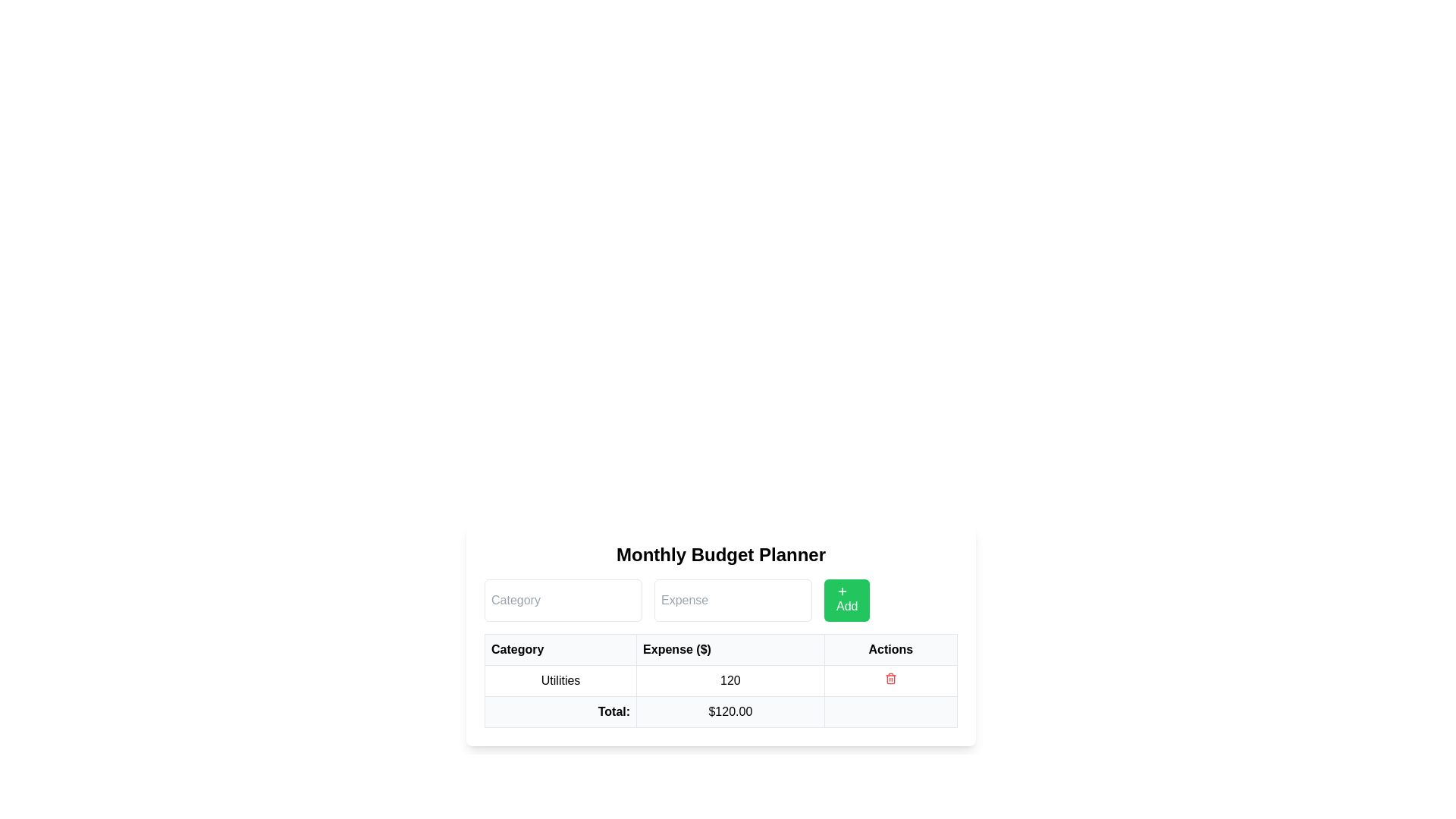  What do you see at coordinates (846, 599) in the screenshot?
I see `the 'Add' button with a plus sign icon, which is a green rectangular button with rounded corners, located in the top-right section of a form header above a grid table` at bounding box center [846, 599].